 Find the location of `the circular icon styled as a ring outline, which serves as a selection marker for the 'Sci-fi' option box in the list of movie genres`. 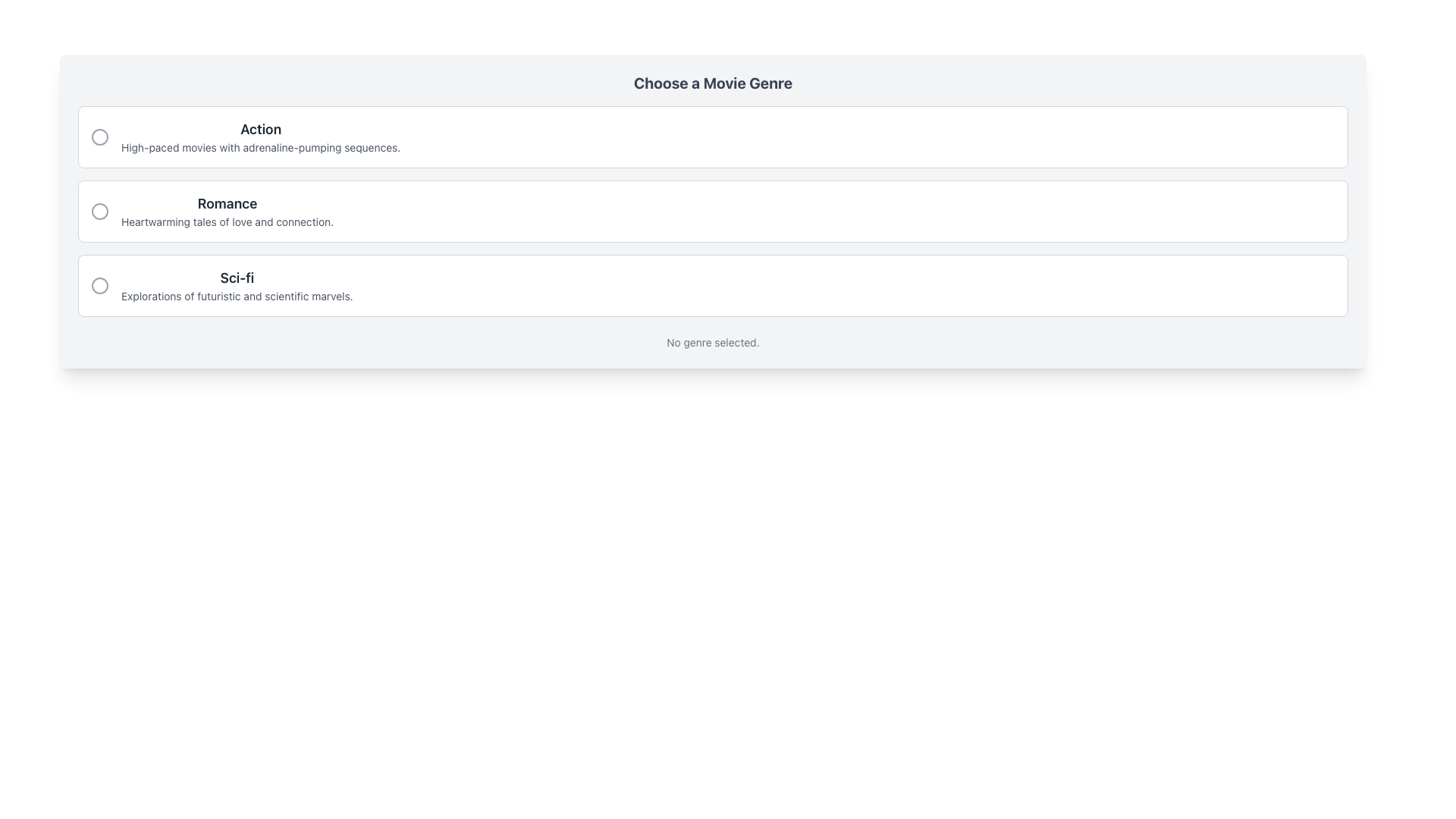

the circular icon styled as a ring outline, which serves as a selection marker for the 'Sci-fi' option box in the list of movie genres is located at coordinates (99, 286).